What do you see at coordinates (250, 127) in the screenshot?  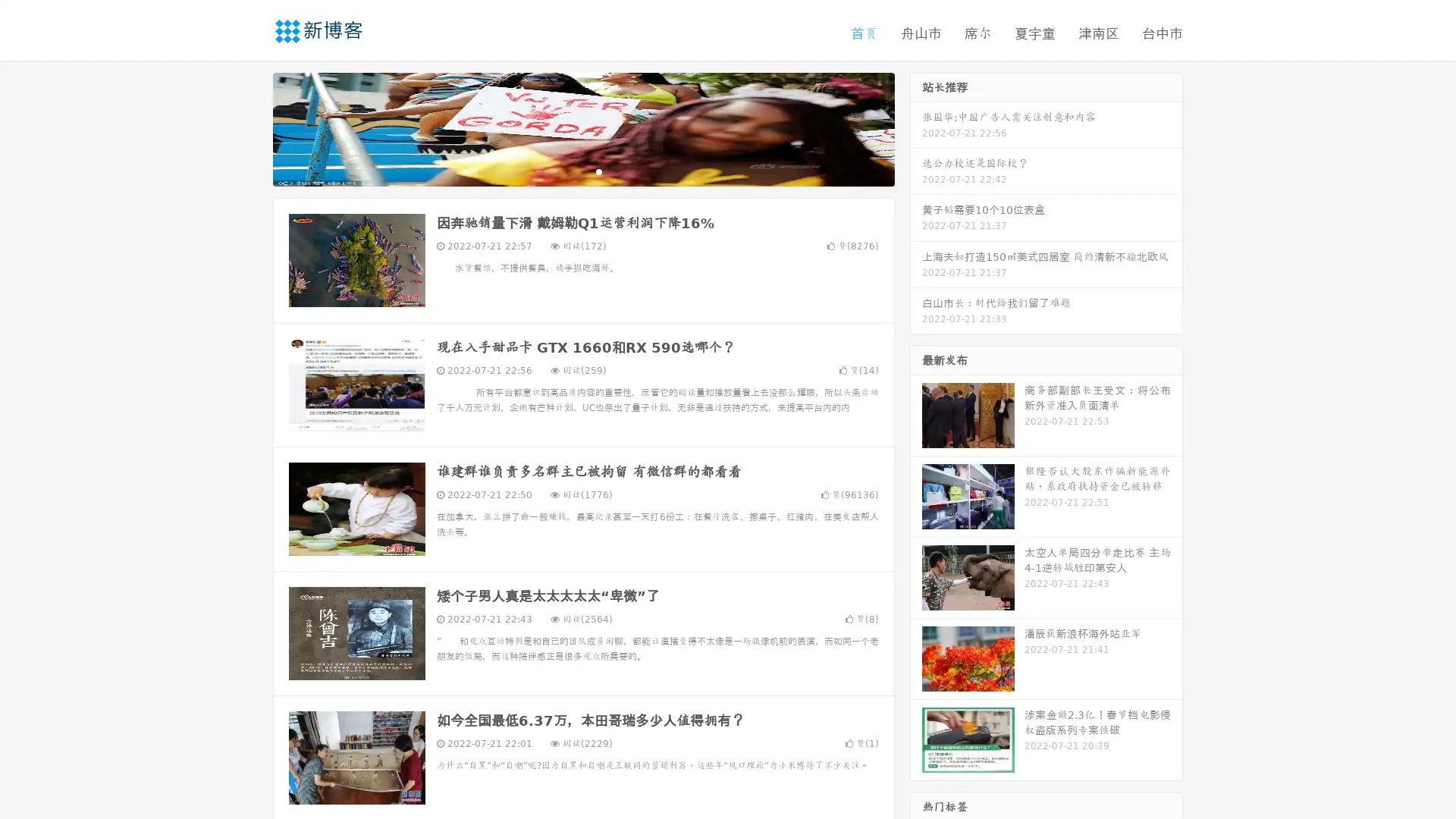 I see `Previous slide` at bounding box center [250, 127].